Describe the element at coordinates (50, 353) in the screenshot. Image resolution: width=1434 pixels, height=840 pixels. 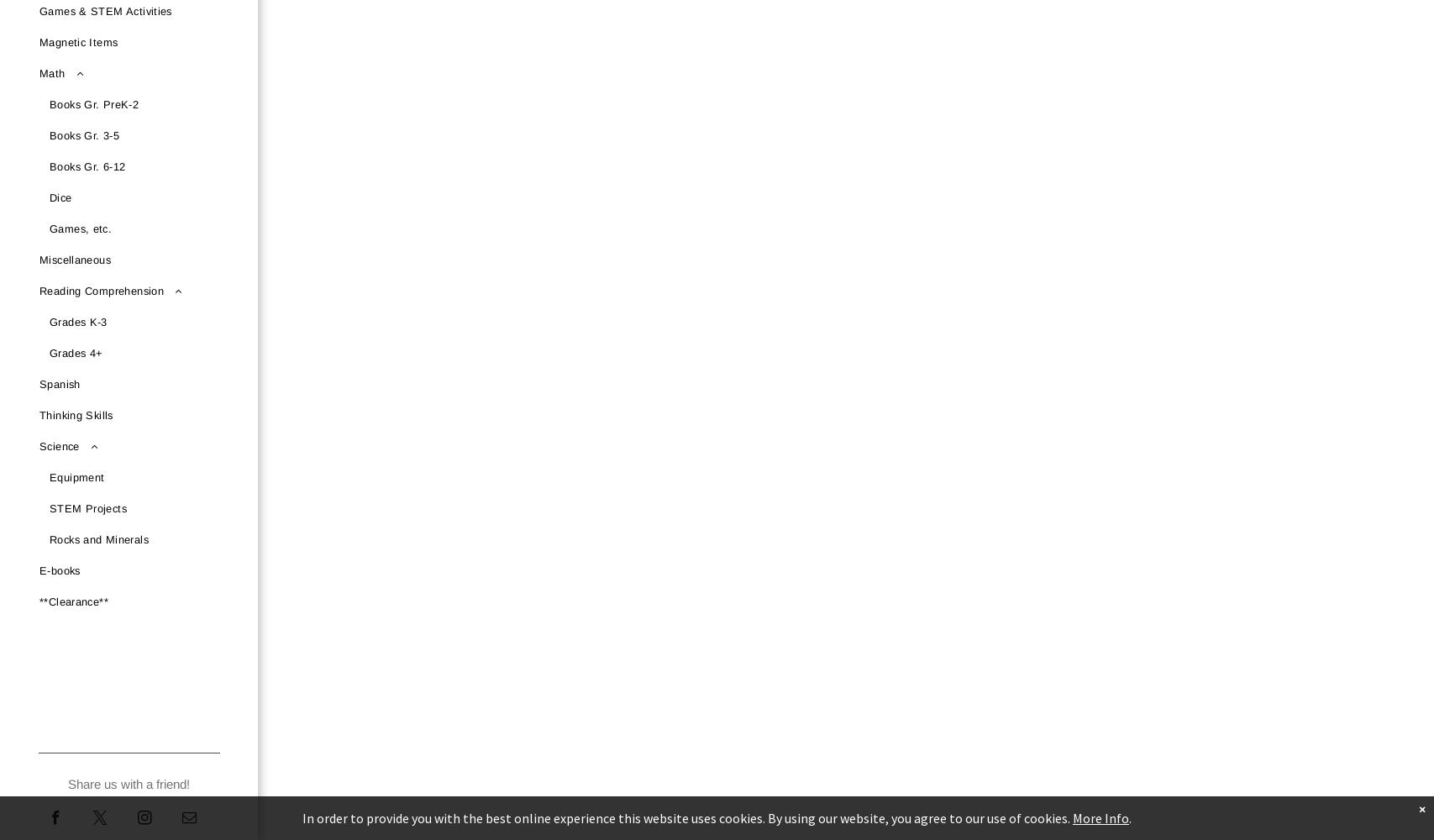
I see `'Grades 4+'` at that location.